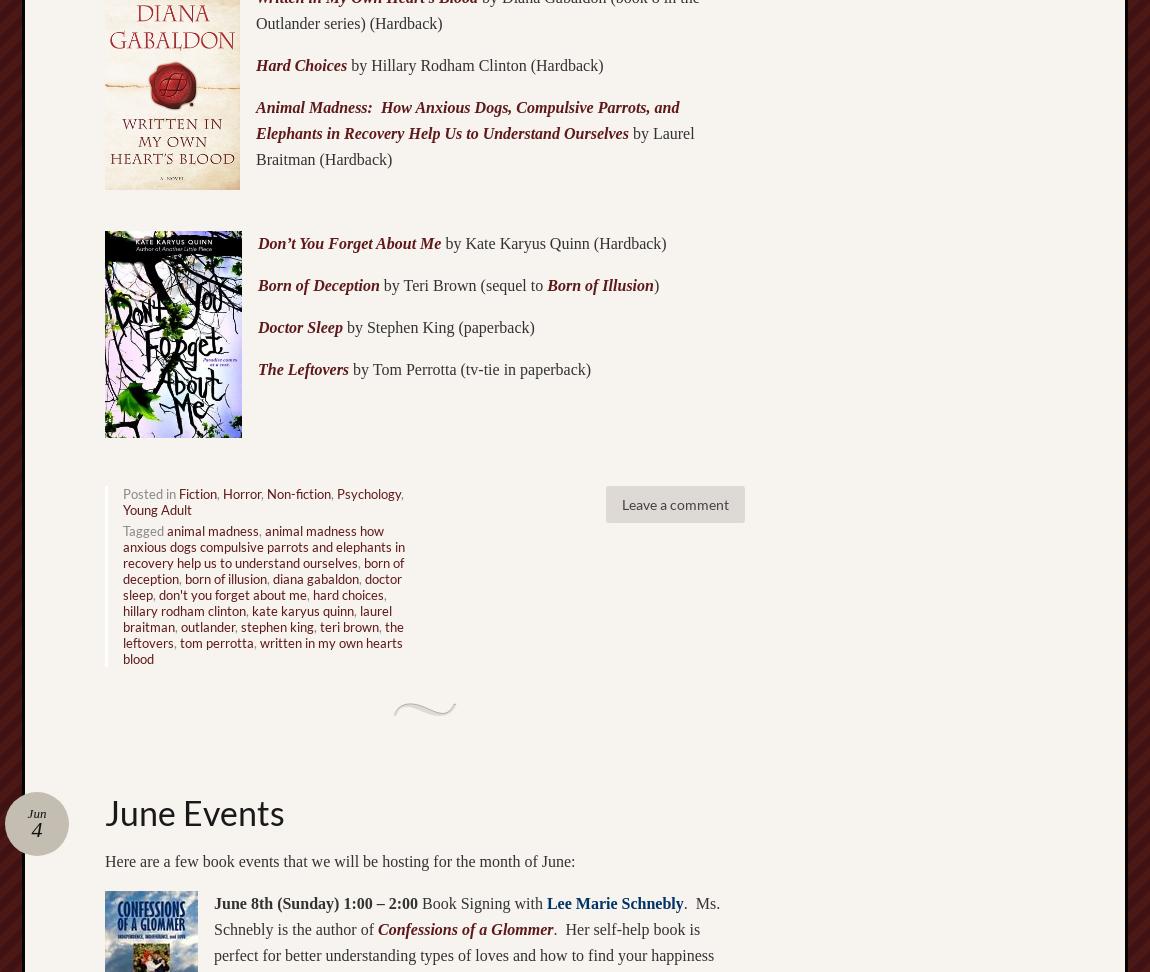 The width and height of the screenshot is (1150, 972). What do you see at coordinates (262, 649) in the screenshot?
I see `'written in my own hearts blood'` at bounding box center [262, 649].